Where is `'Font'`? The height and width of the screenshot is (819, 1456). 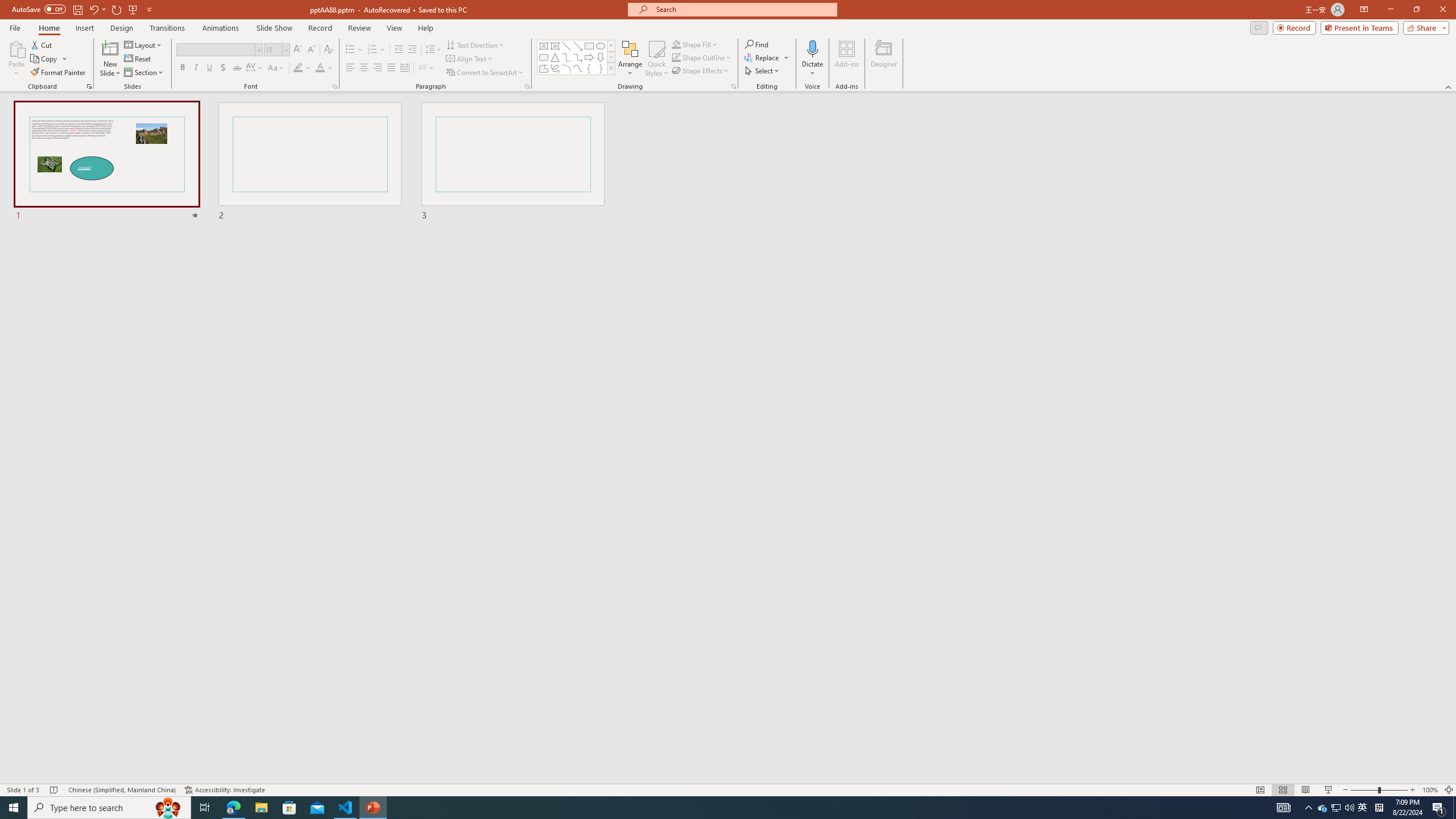 'Font' is located at coordinates (215, 49).